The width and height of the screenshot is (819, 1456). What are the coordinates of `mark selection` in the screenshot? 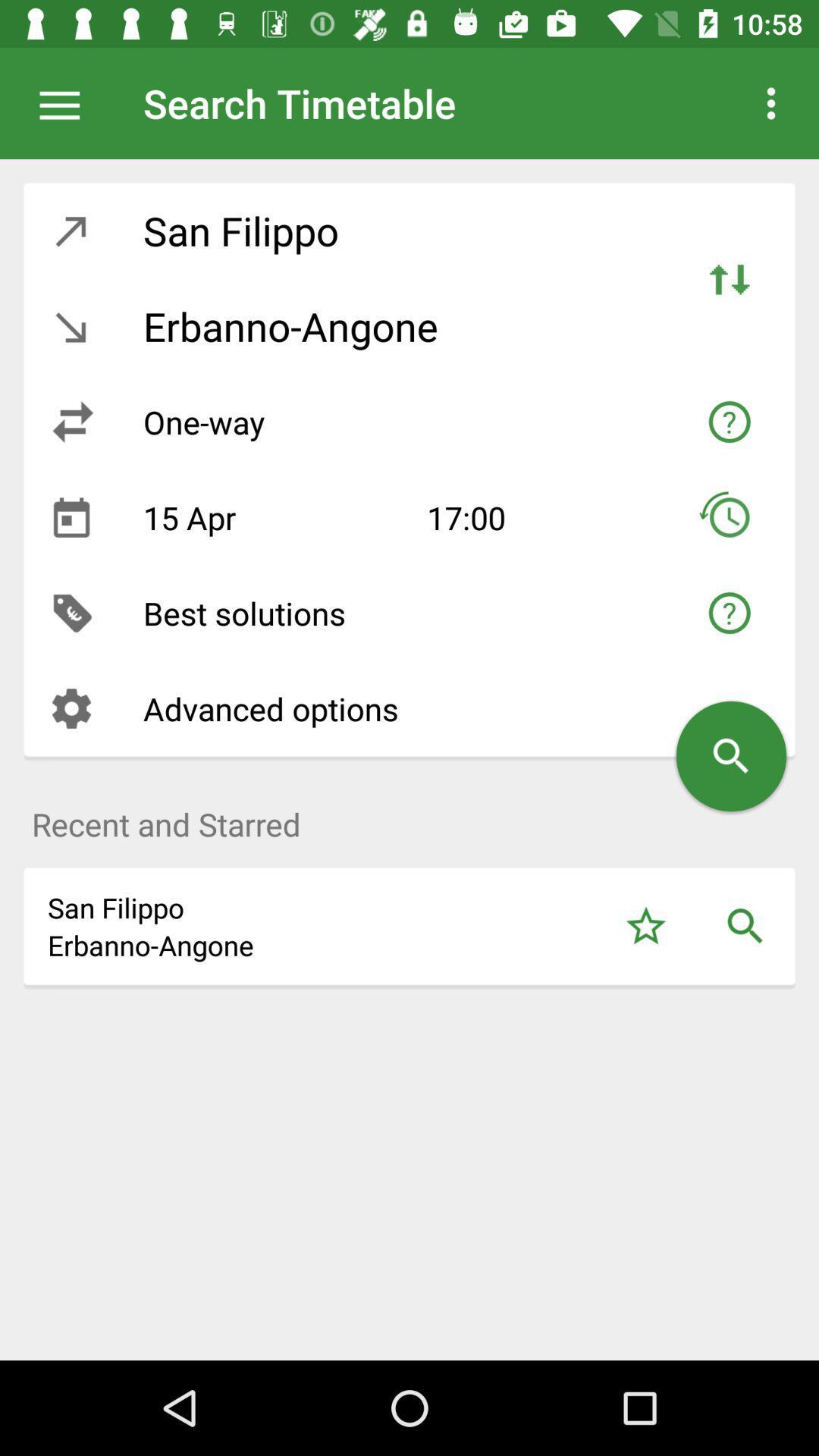 It's located at (645, 925).